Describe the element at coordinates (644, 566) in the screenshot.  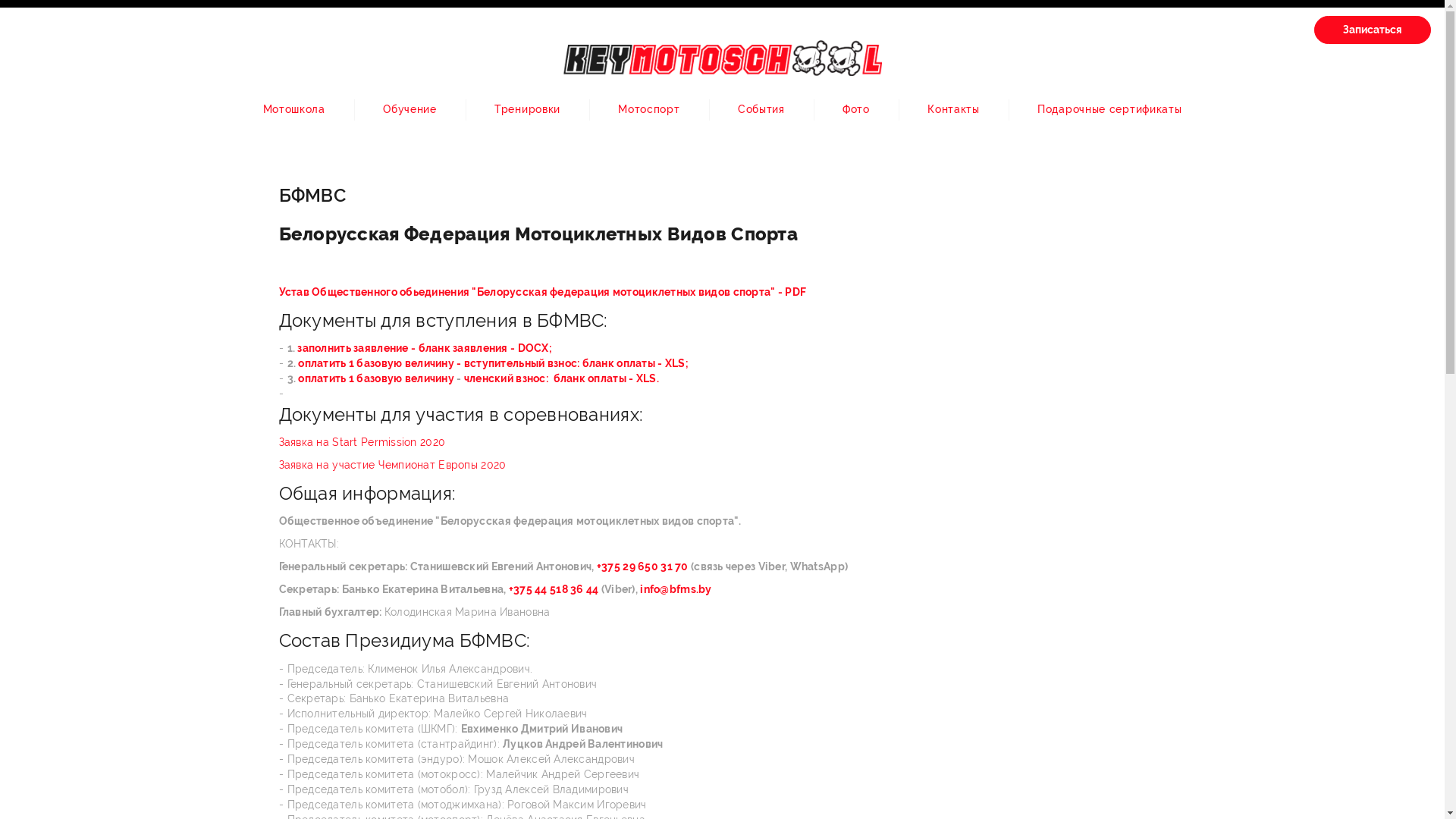
I see `'+375 29 650 31 70'` at that location.